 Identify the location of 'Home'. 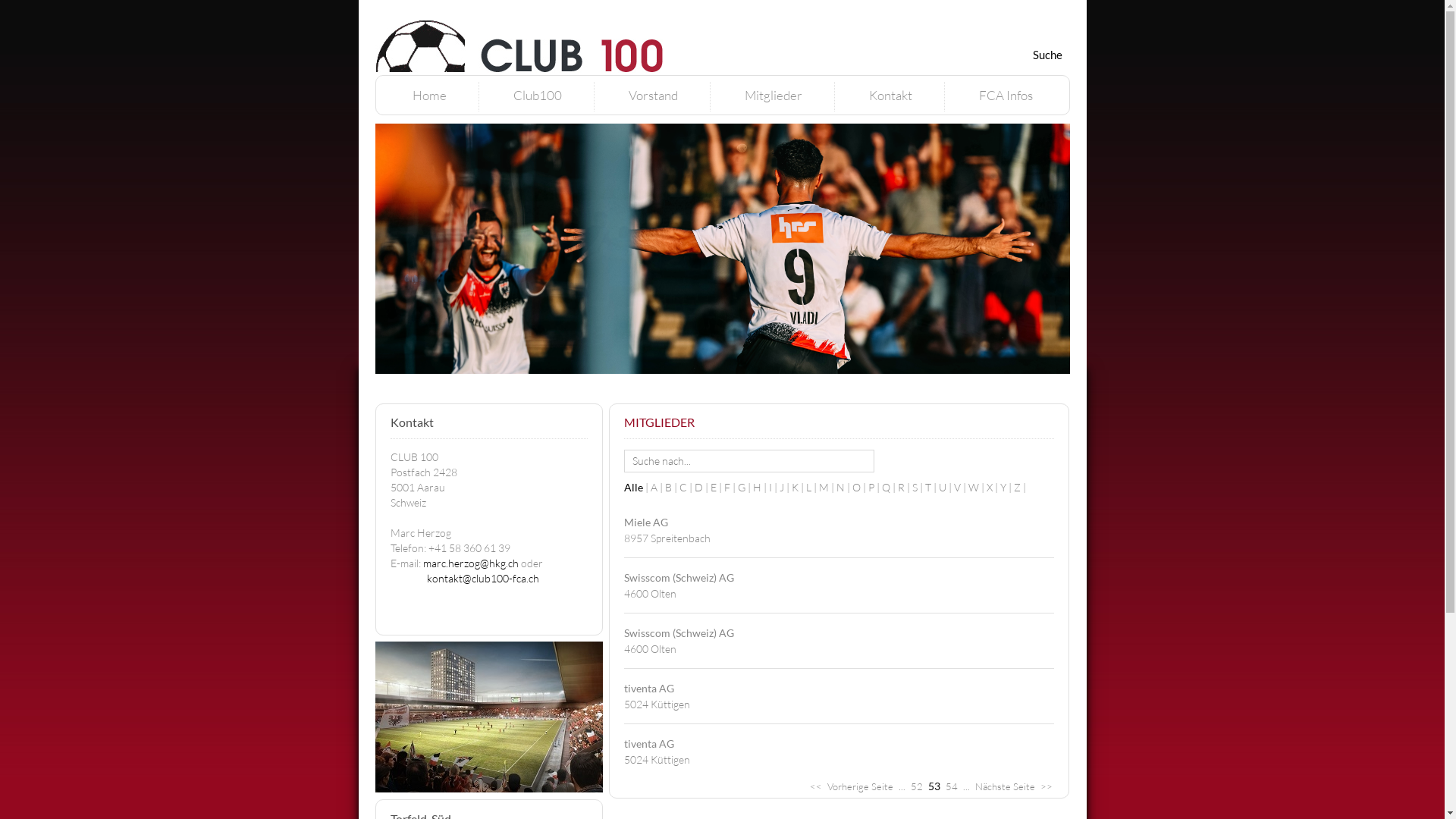
(428, 95).